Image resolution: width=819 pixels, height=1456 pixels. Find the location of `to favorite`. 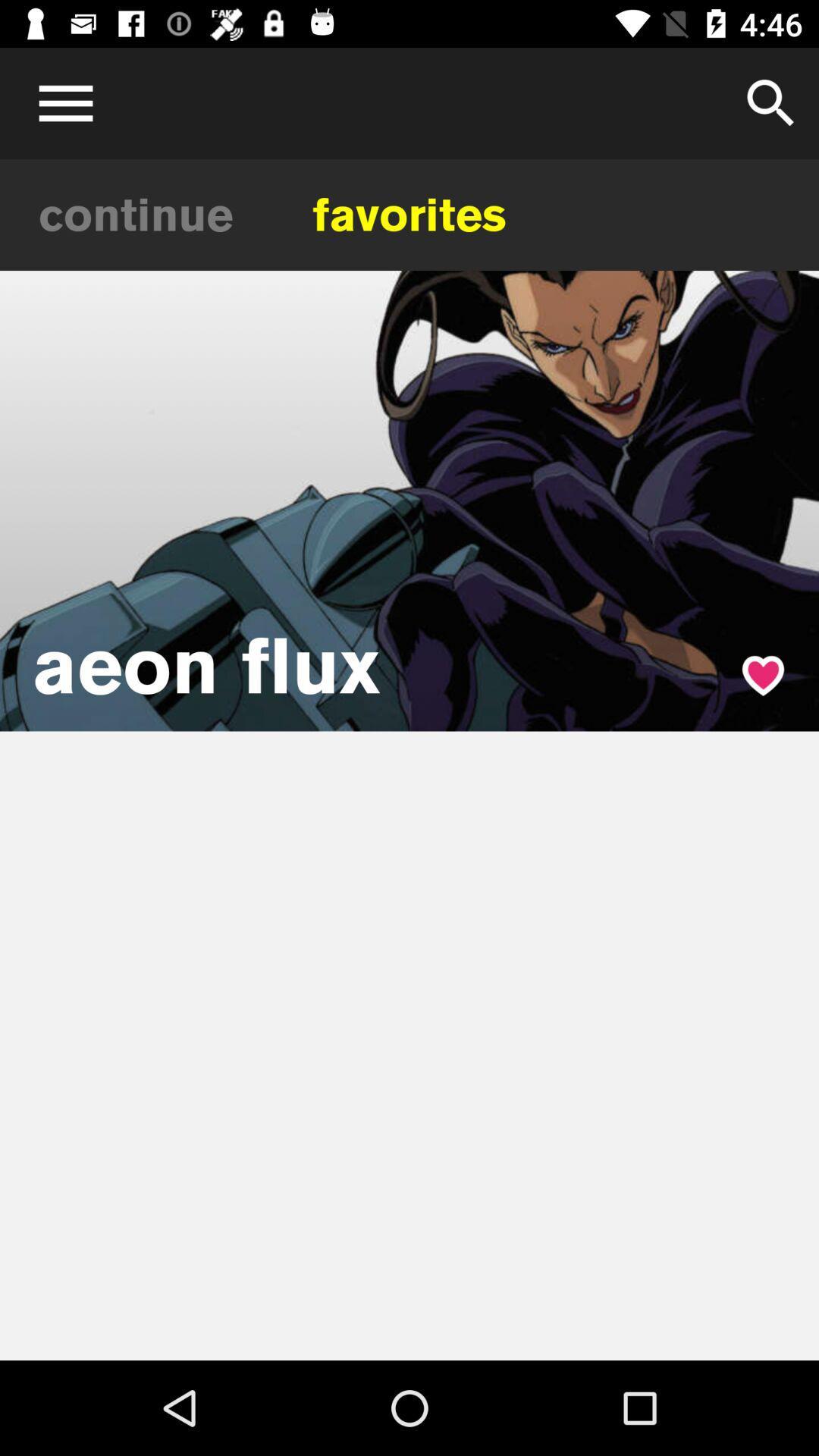

to favorite is located at coordinates (763, 675).